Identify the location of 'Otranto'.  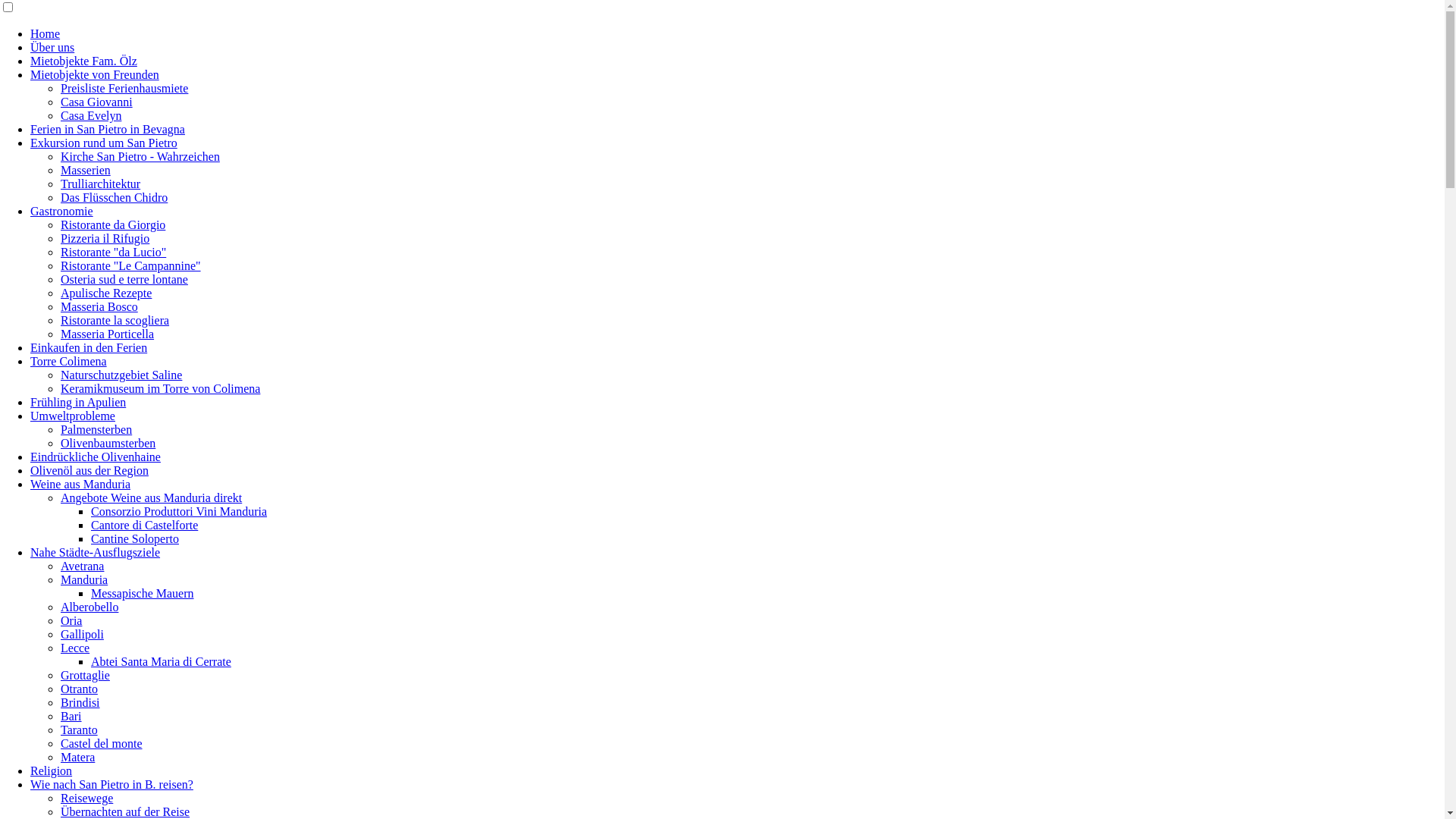
(78, 689).